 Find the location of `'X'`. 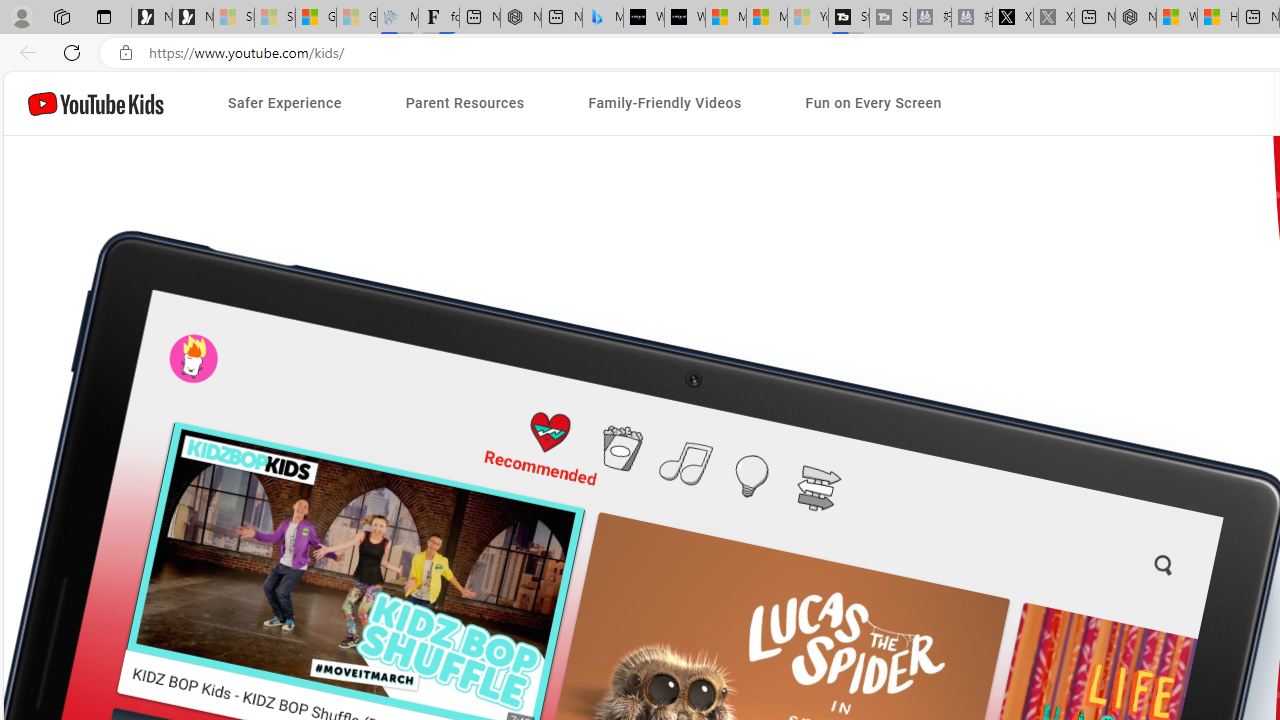

'X' is located at coordinates (1013, 17).